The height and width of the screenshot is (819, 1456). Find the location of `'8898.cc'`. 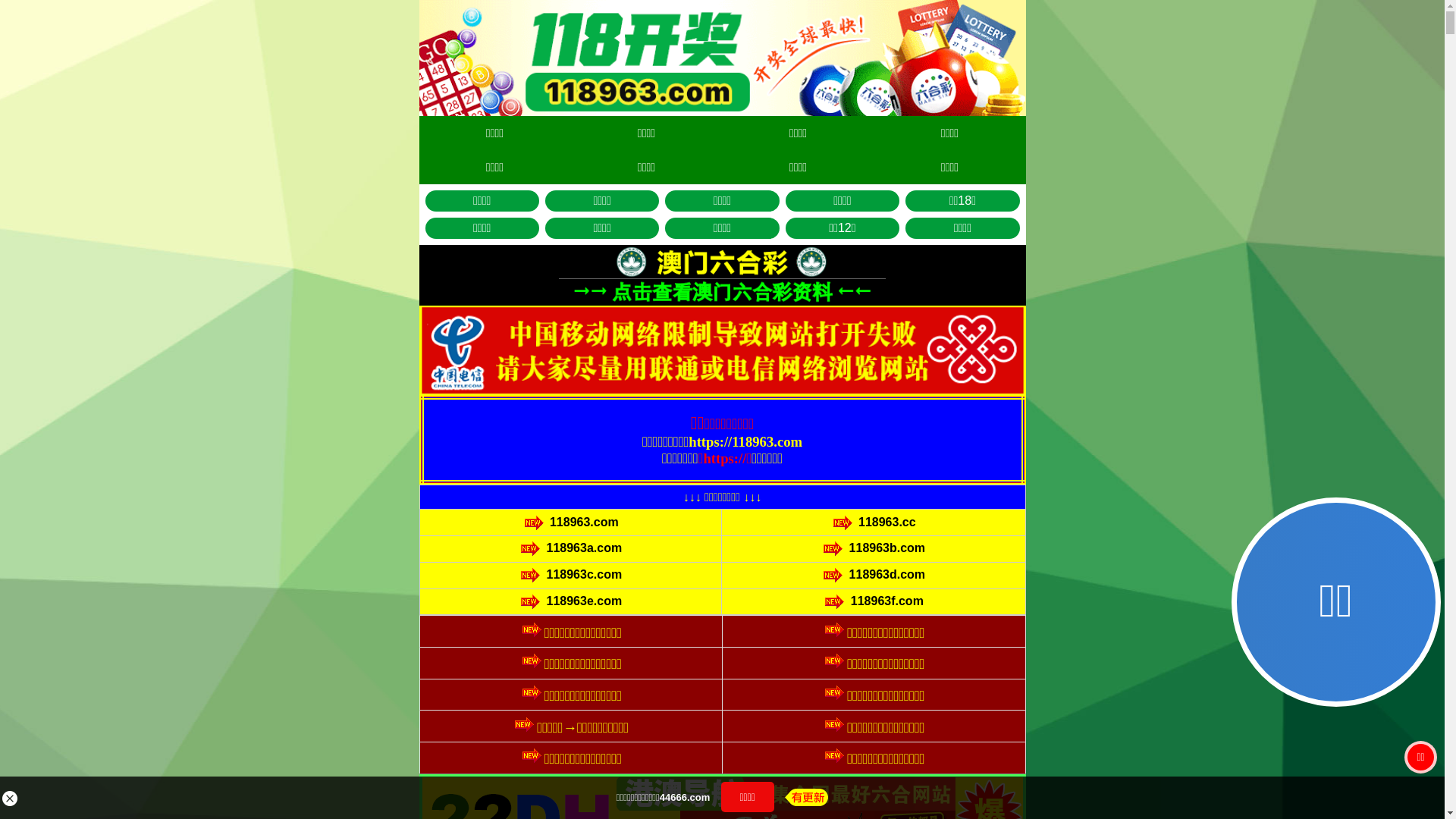

'8898.cc' is located at coordinates (658, 445).